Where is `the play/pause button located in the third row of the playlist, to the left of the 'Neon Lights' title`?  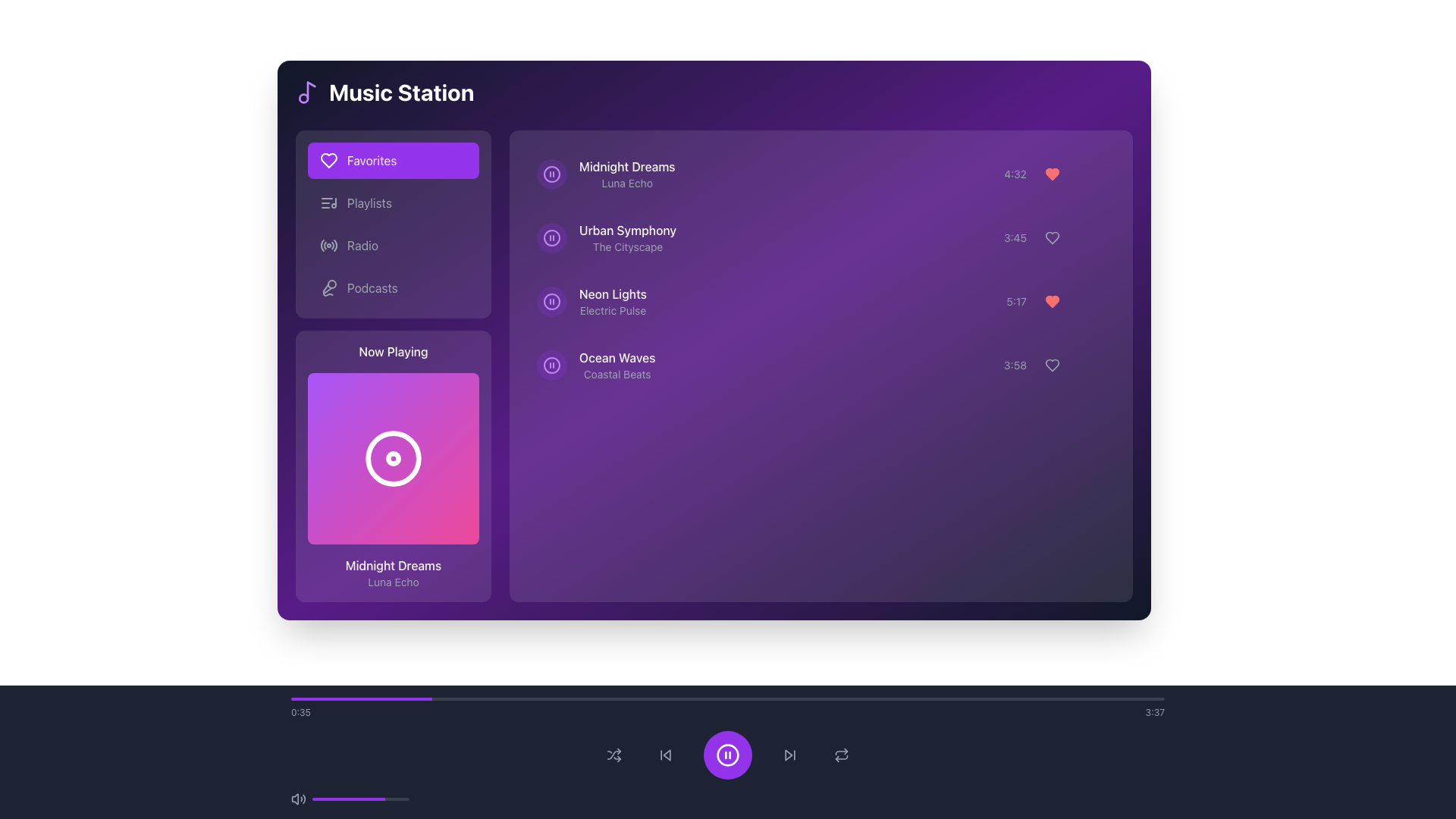
the play/pause button located in the third row of the playlist, to the left of the 'Neon Lights' title is located at coordinates (551, 301).